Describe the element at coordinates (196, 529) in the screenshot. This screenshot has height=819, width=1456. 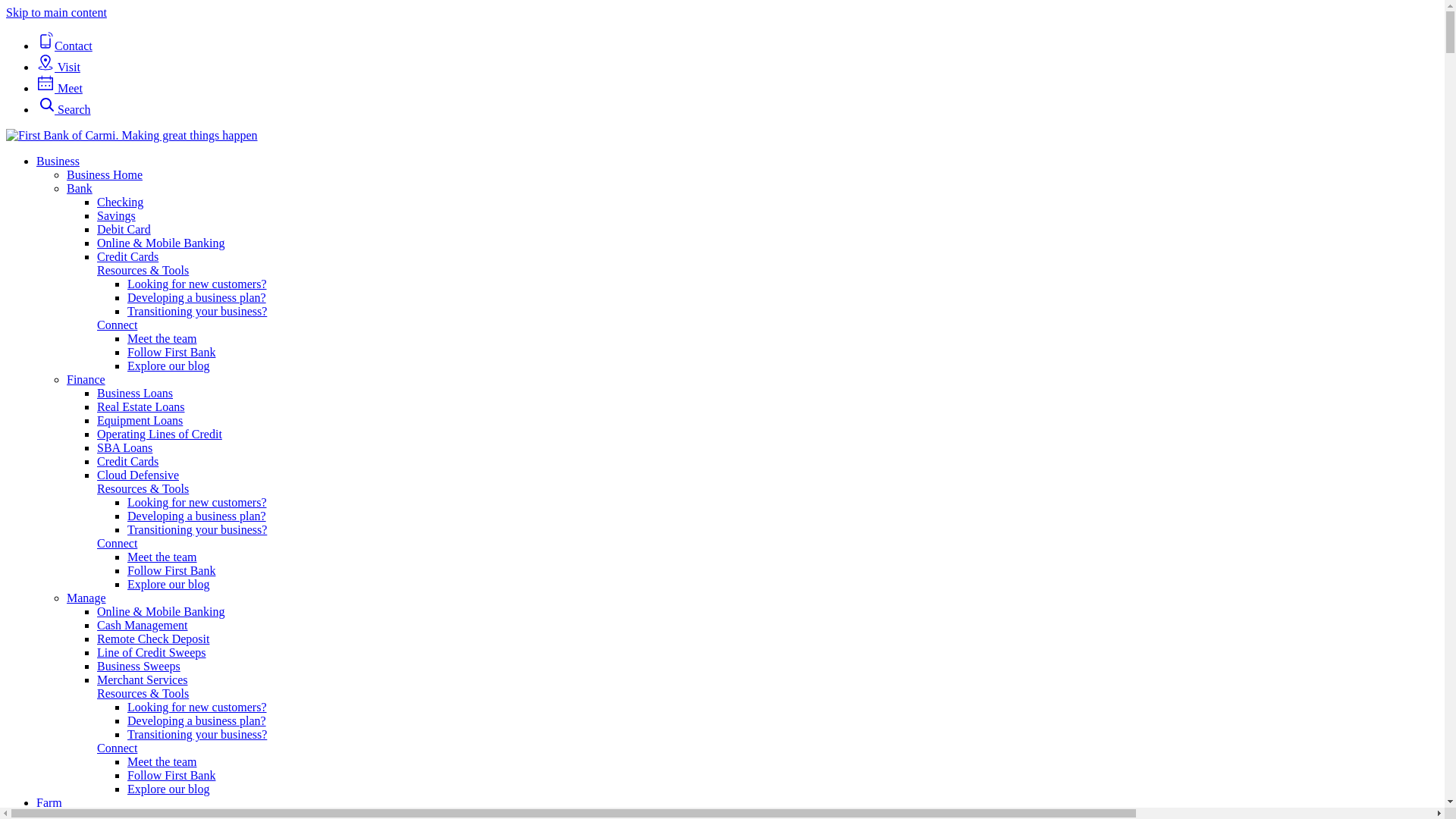
I see `'Transitioning your business?'` at that location.